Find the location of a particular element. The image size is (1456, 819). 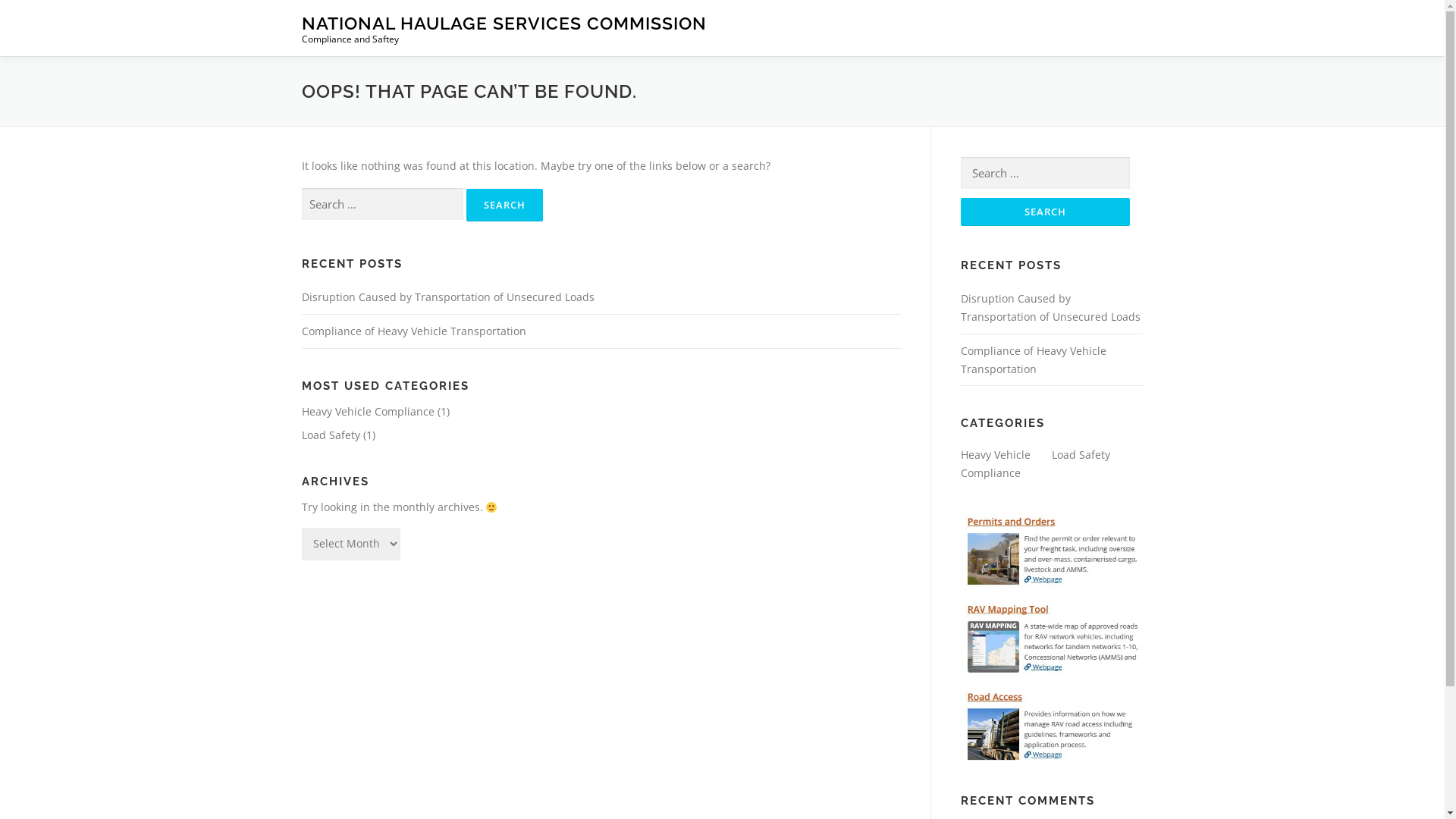

'Disruption Caused by Transportation of Unsecured Loads' is located at coordinates (1049, 307).